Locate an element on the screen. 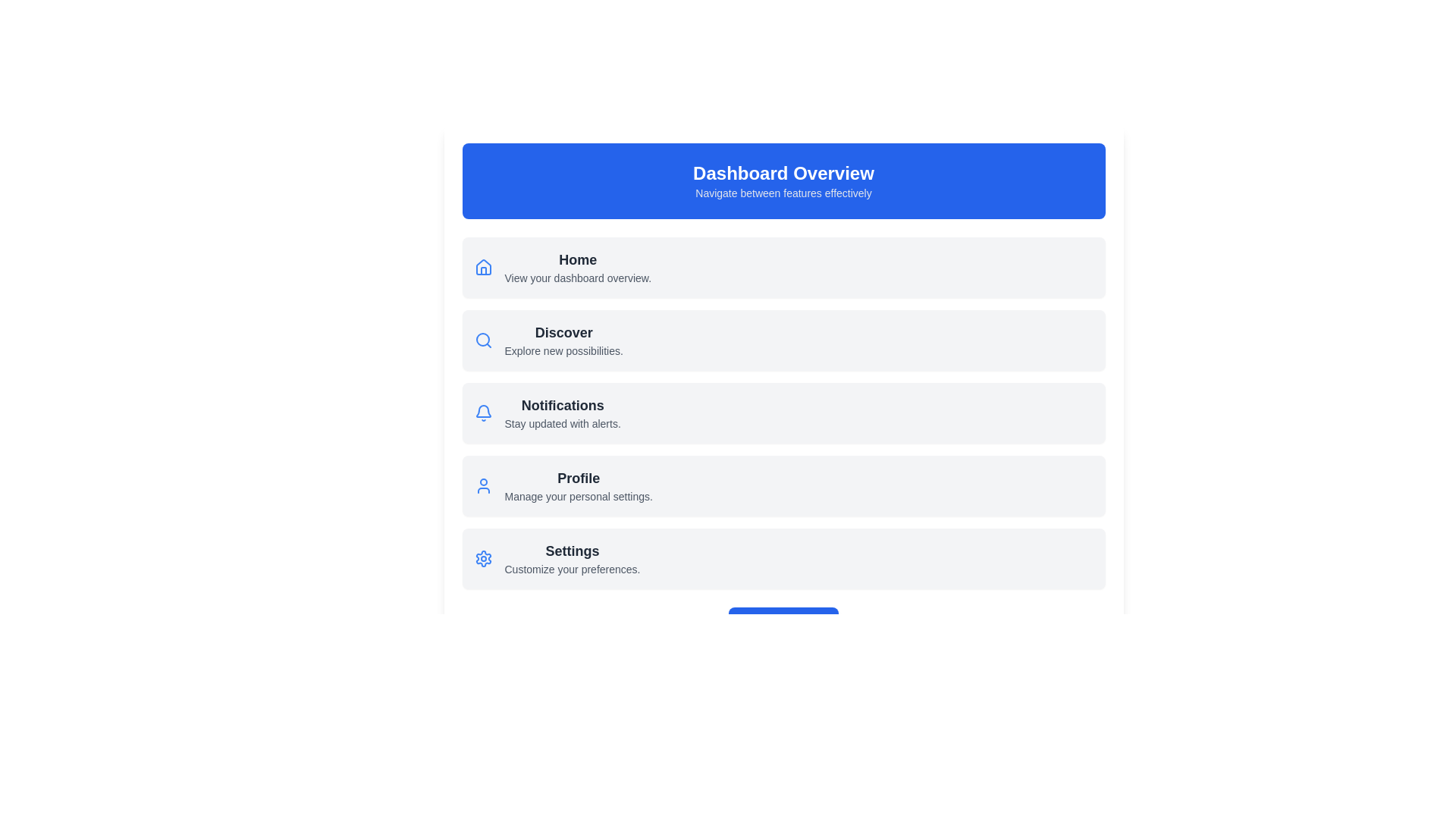 The width and height of the screenshot is (1456, 819). the notifications icon located beside the 'Notifications' text in the third row of the menu, positioned between 'Discover' and 'Profile' is located at coordinates (482, 411).